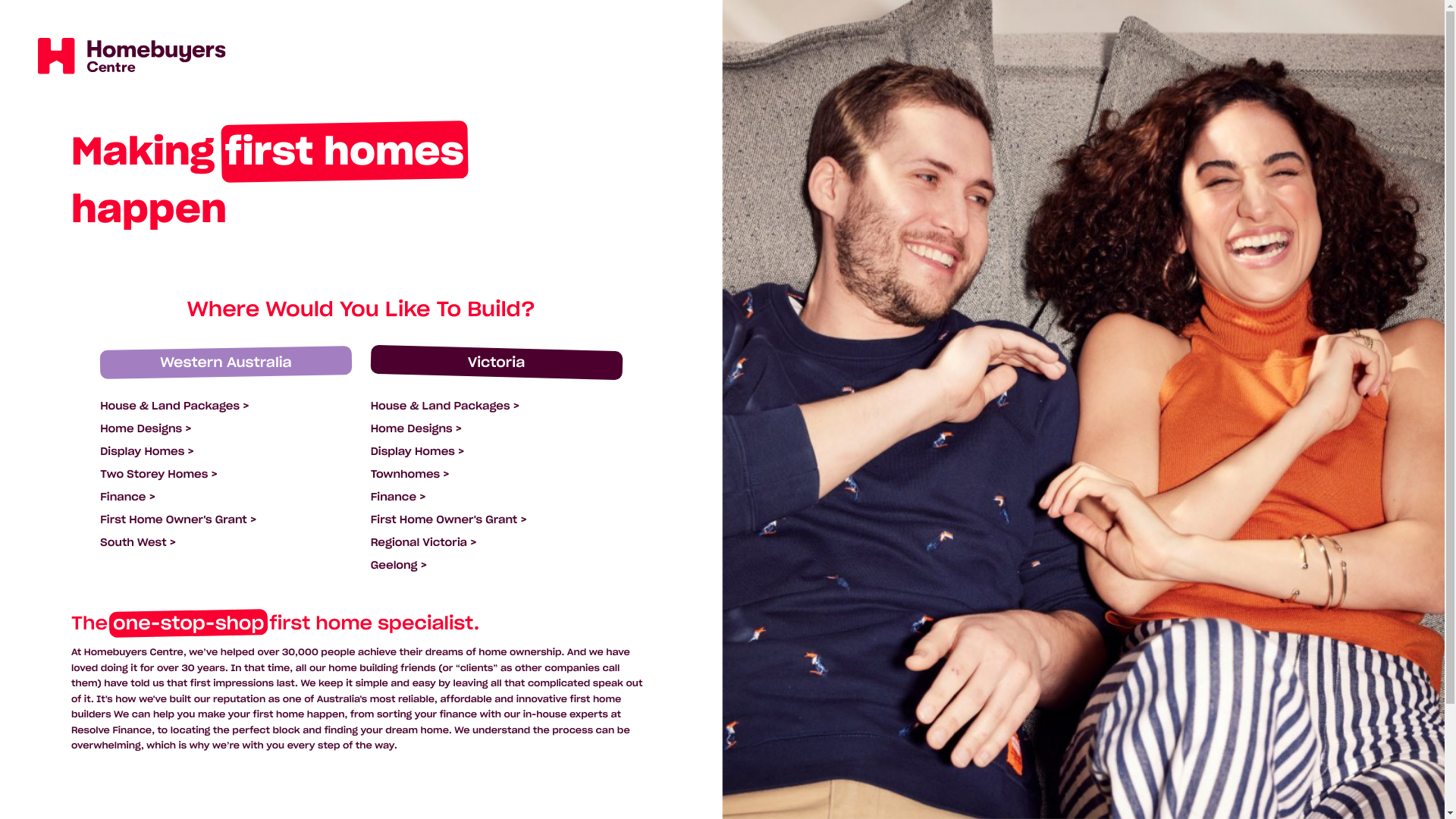 The height and width of the screenshot is (819, 1456). What do you see at coordinates (158, 472) in the screenshot?
I see `'Two Storey Homes >'` at bounding box center [158, 472].